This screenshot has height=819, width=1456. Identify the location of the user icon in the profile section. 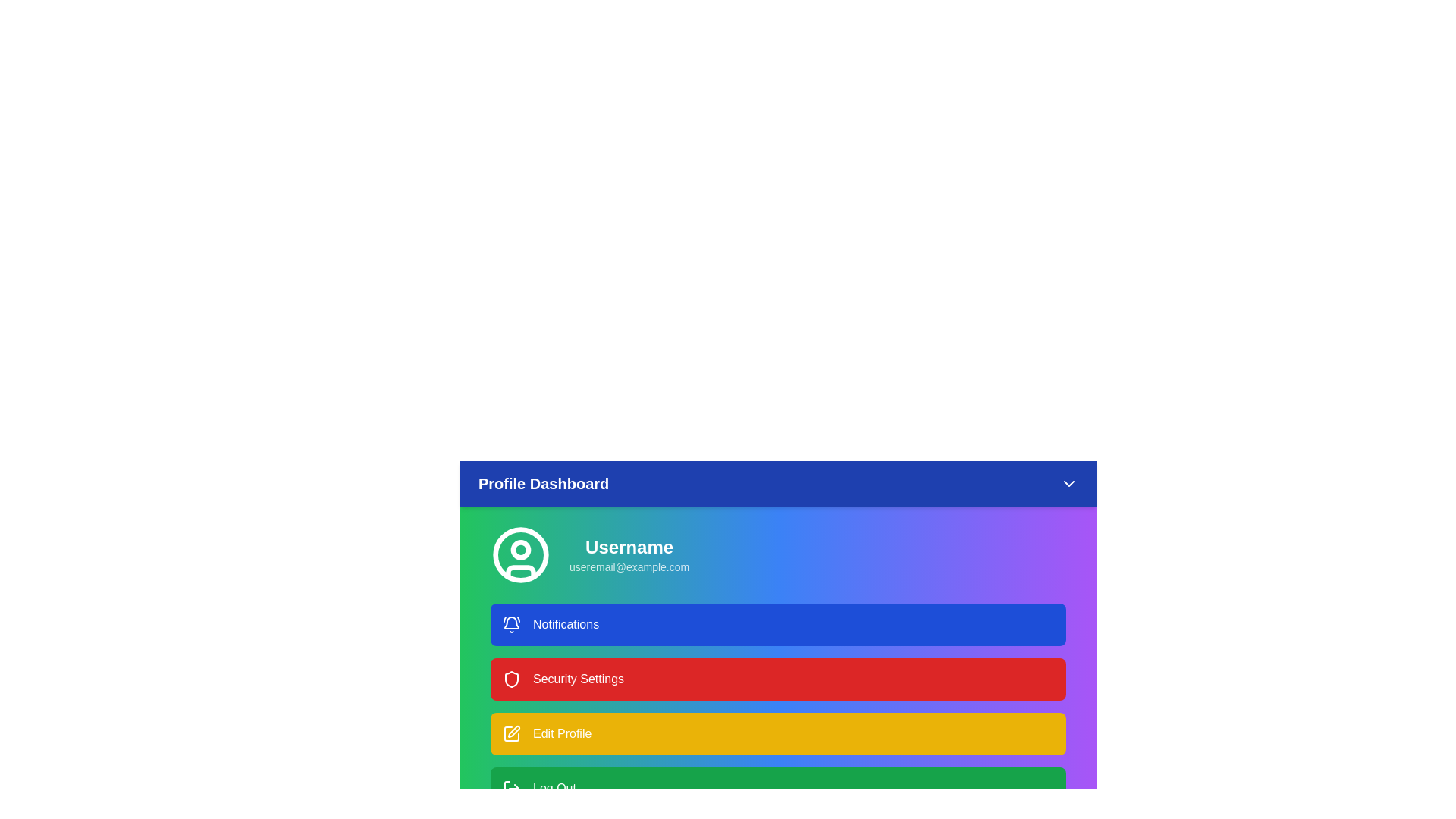
(520, 555).